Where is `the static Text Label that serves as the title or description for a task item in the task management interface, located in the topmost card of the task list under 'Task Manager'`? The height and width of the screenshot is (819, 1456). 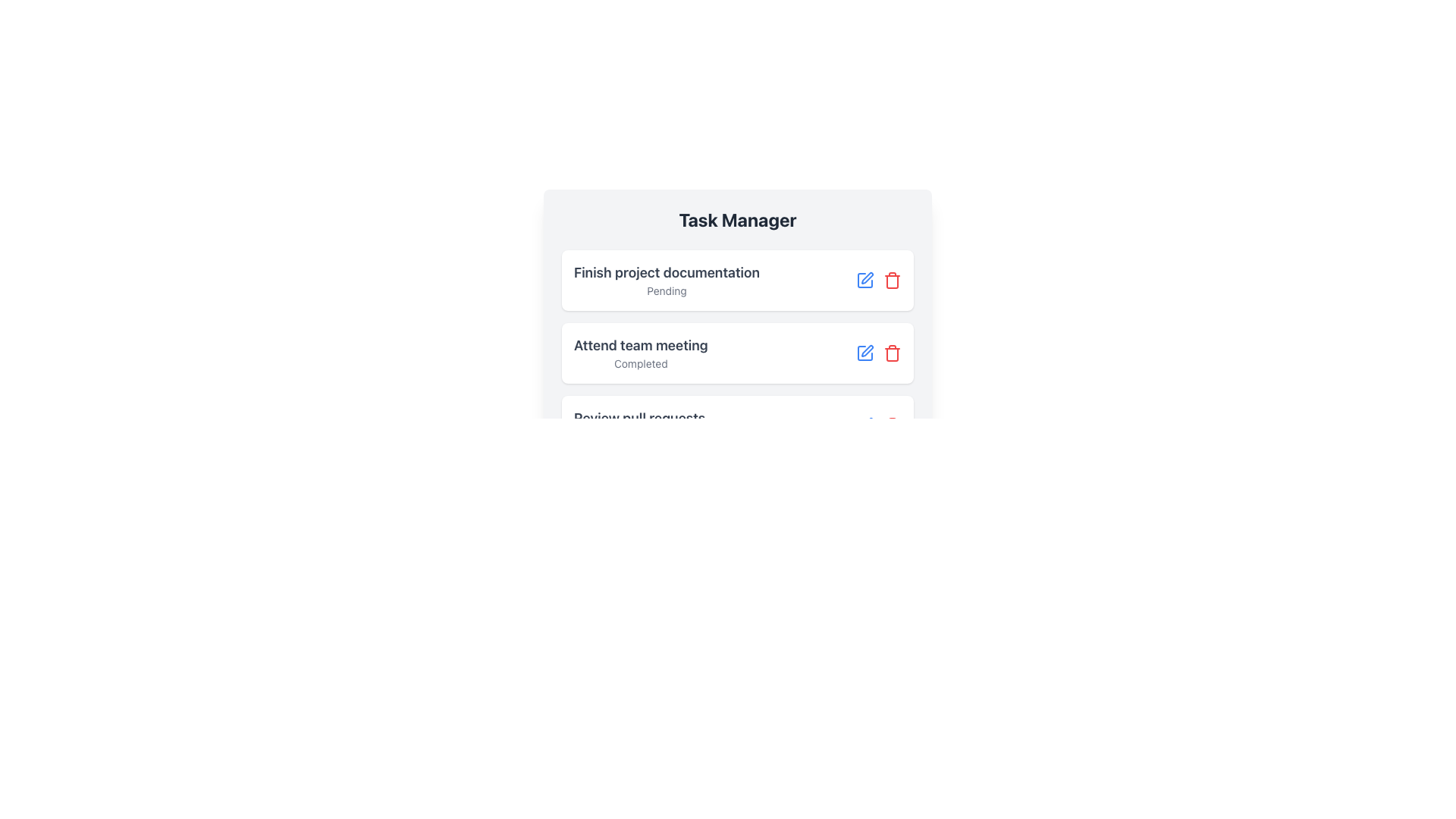 the static Text Label that serves as the title or description for a task item in the task management interface, located in the topmost card of the task list under 'Task Manager' is located at coordinates (667, 271).